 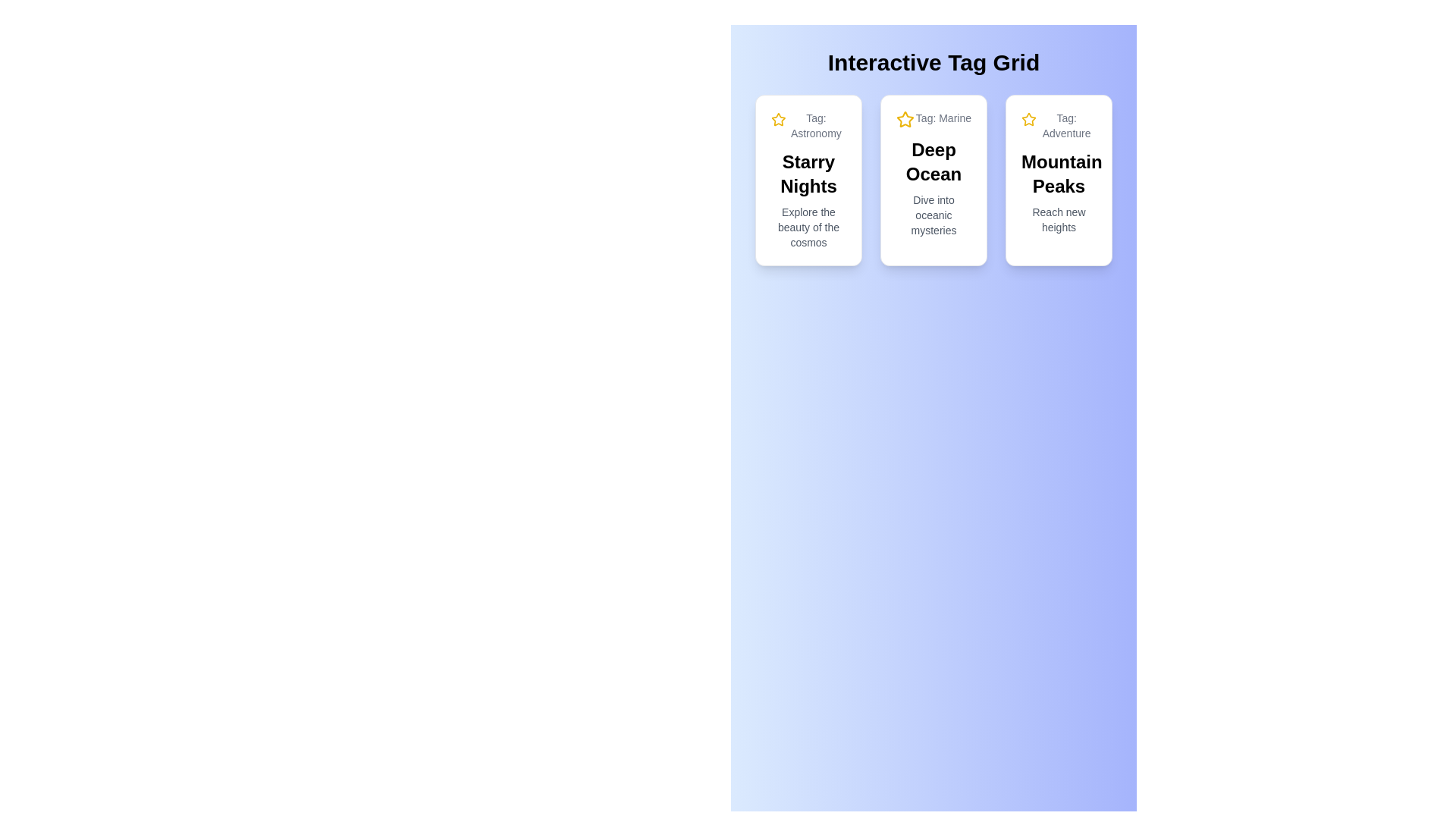 What do you see at coordinates (1029, 119) in the screenshot?
I see `the yellow star-shaped icon indicating a rating or favorite, located to the left of the 'Tag: Adventure' text in the top portion of the rightmost card in a horizontally arranged grid` at bounding box center [1029, 119].